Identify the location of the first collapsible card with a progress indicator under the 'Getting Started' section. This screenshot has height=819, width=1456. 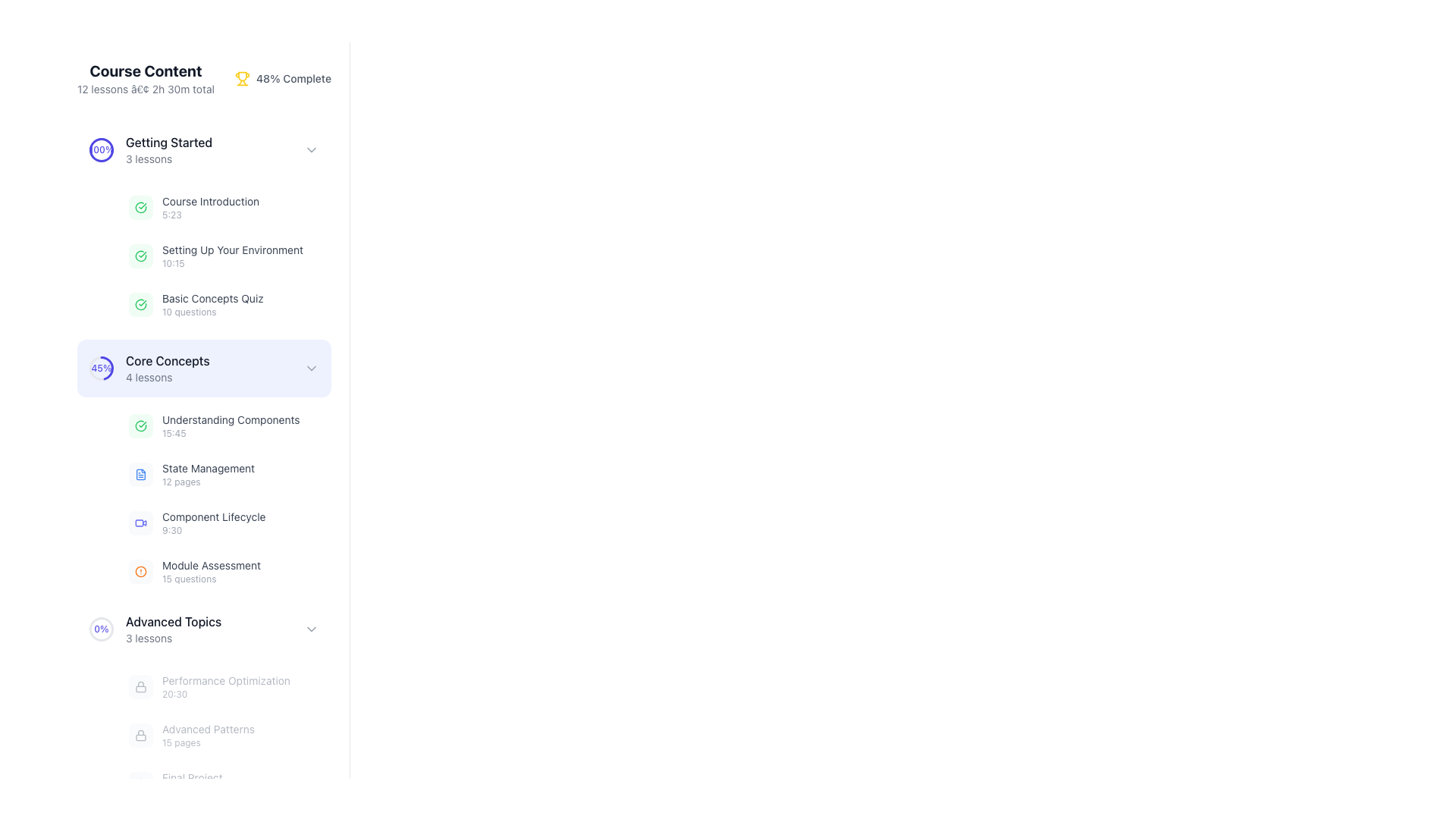
(203, 369).